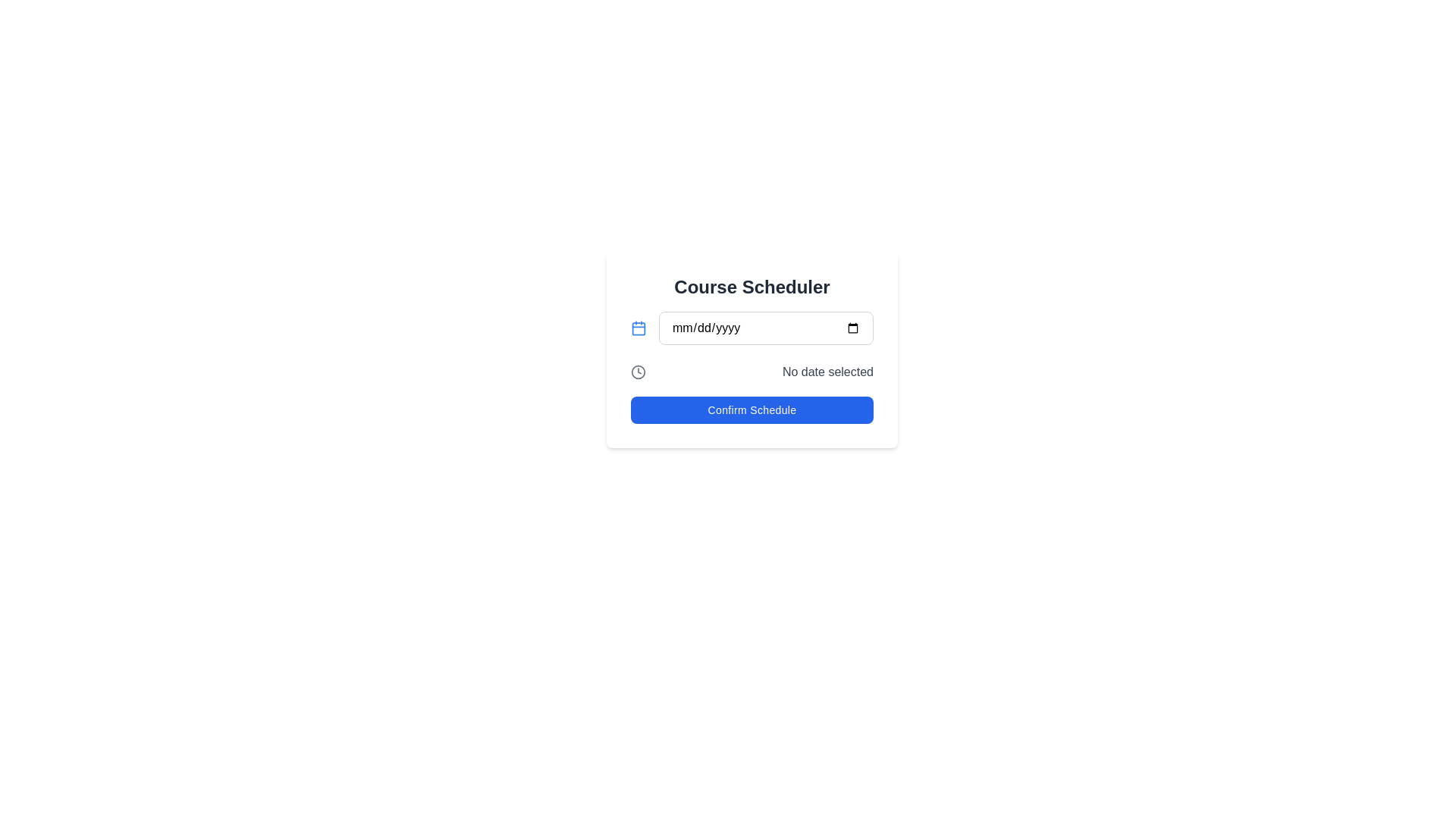 Image resolution: width=1456 pixels, height=819 pixels. I want to click on the static text label indicating 'No date selected', which is styled in gray and located to the right of the clock icon in the scheduling section, so click(827, 372).